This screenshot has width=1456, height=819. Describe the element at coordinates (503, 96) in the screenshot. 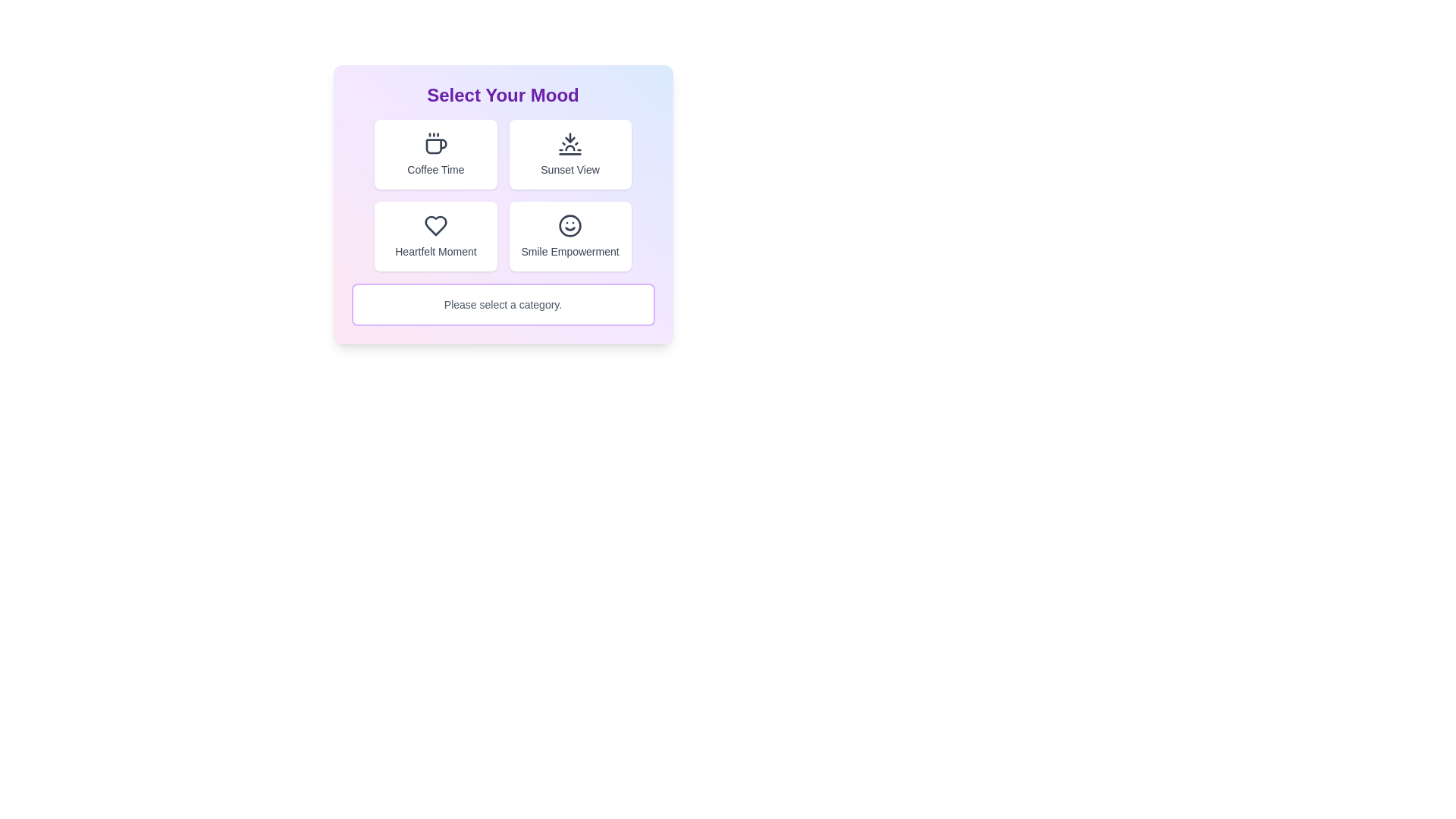

I see `Header or Title Text located at the top of the card layout, which presents the title or theme for the options displayed below` at that location.